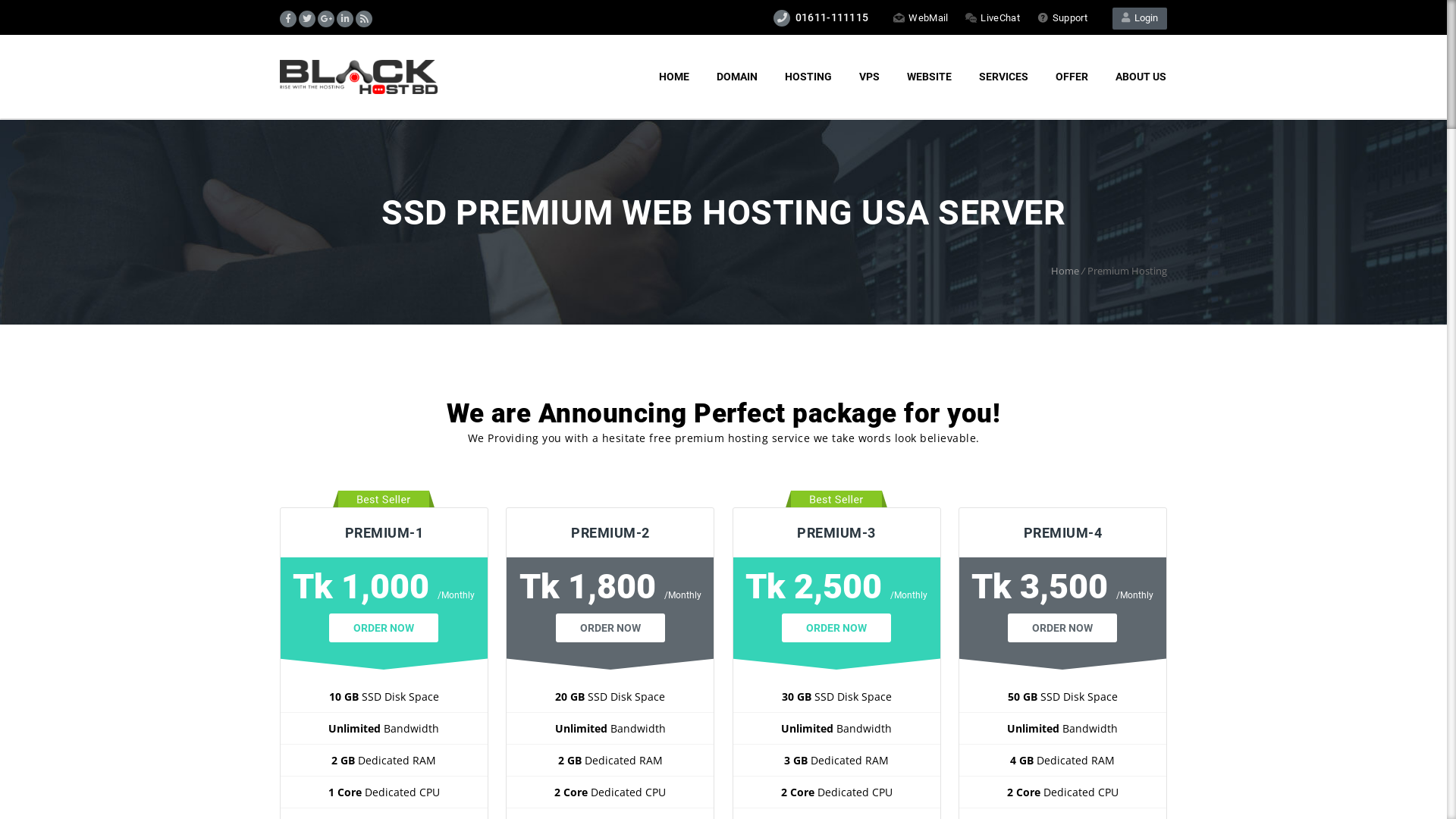 The height and width of the screenshot is (819, 1456). Describe the element at coordinates (992, 17) in the screenshot. I see `'LiveChat'` at that location.